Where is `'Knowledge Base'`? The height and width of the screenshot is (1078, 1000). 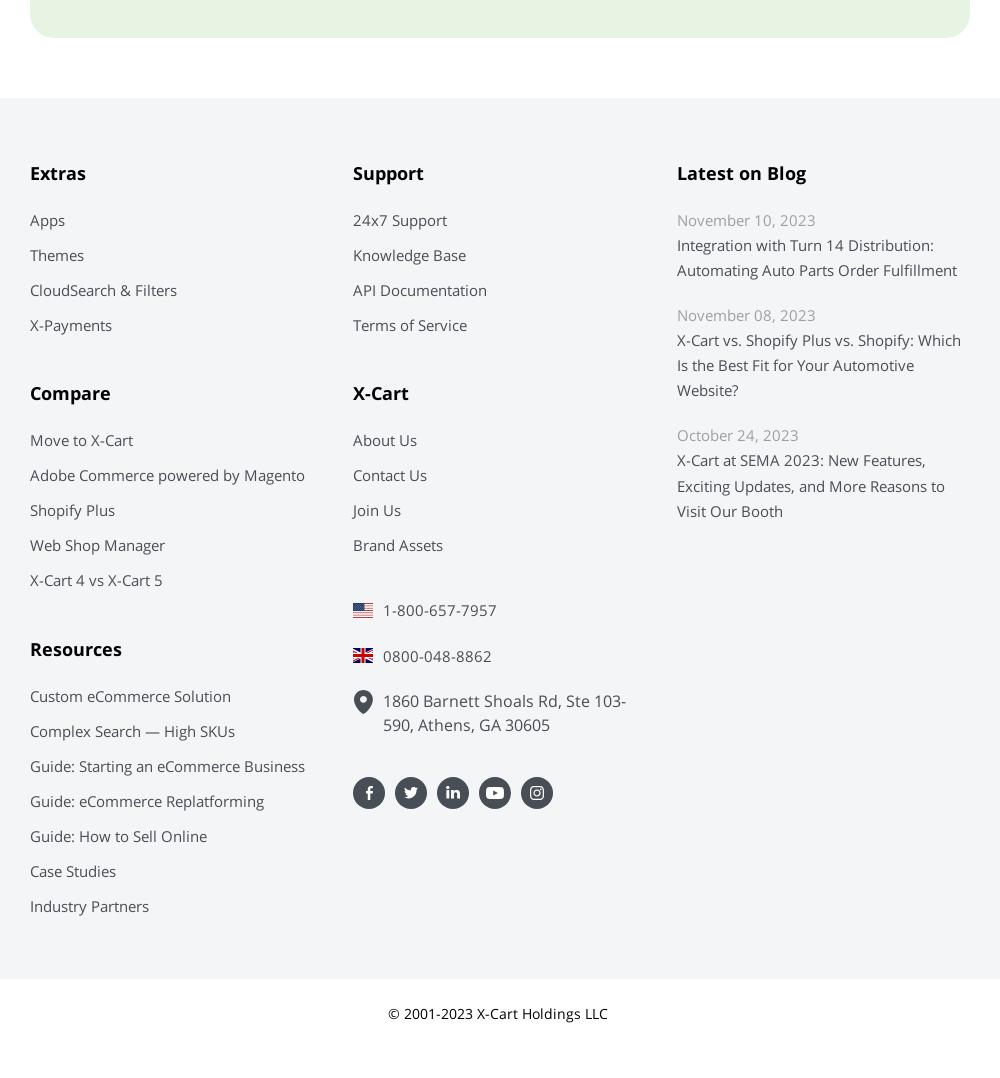
'Knowledge Base' is located at coordinates (352, 253).